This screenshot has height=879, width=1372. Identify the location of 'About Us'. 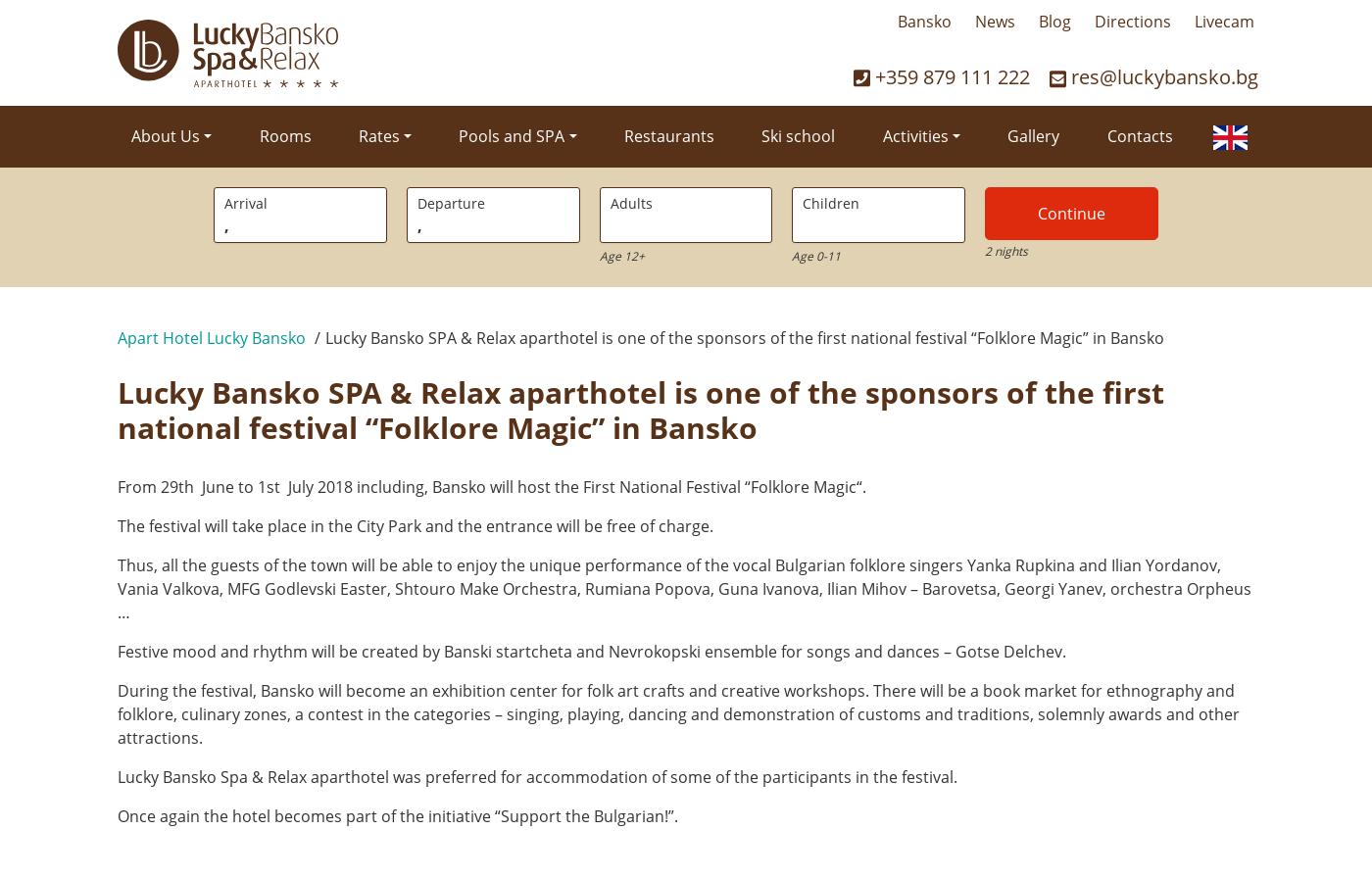
(165, 135).